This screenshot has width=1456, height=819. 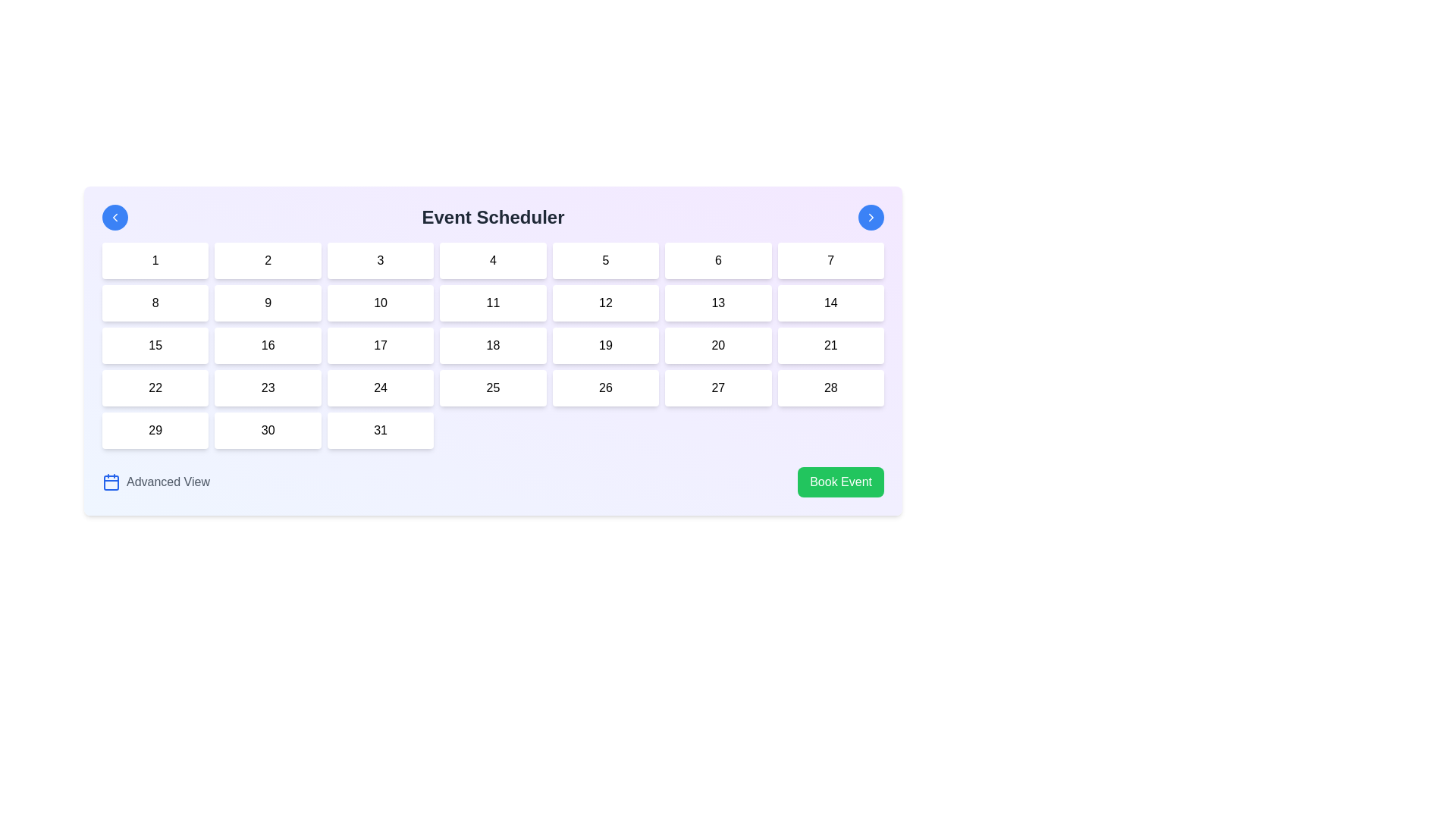 What do you see at coordinates (381, 345) in the screenshot?
I see `the selectable day button in the calendar interface located in the fourth row and third column` at bounding box center [381, 345].